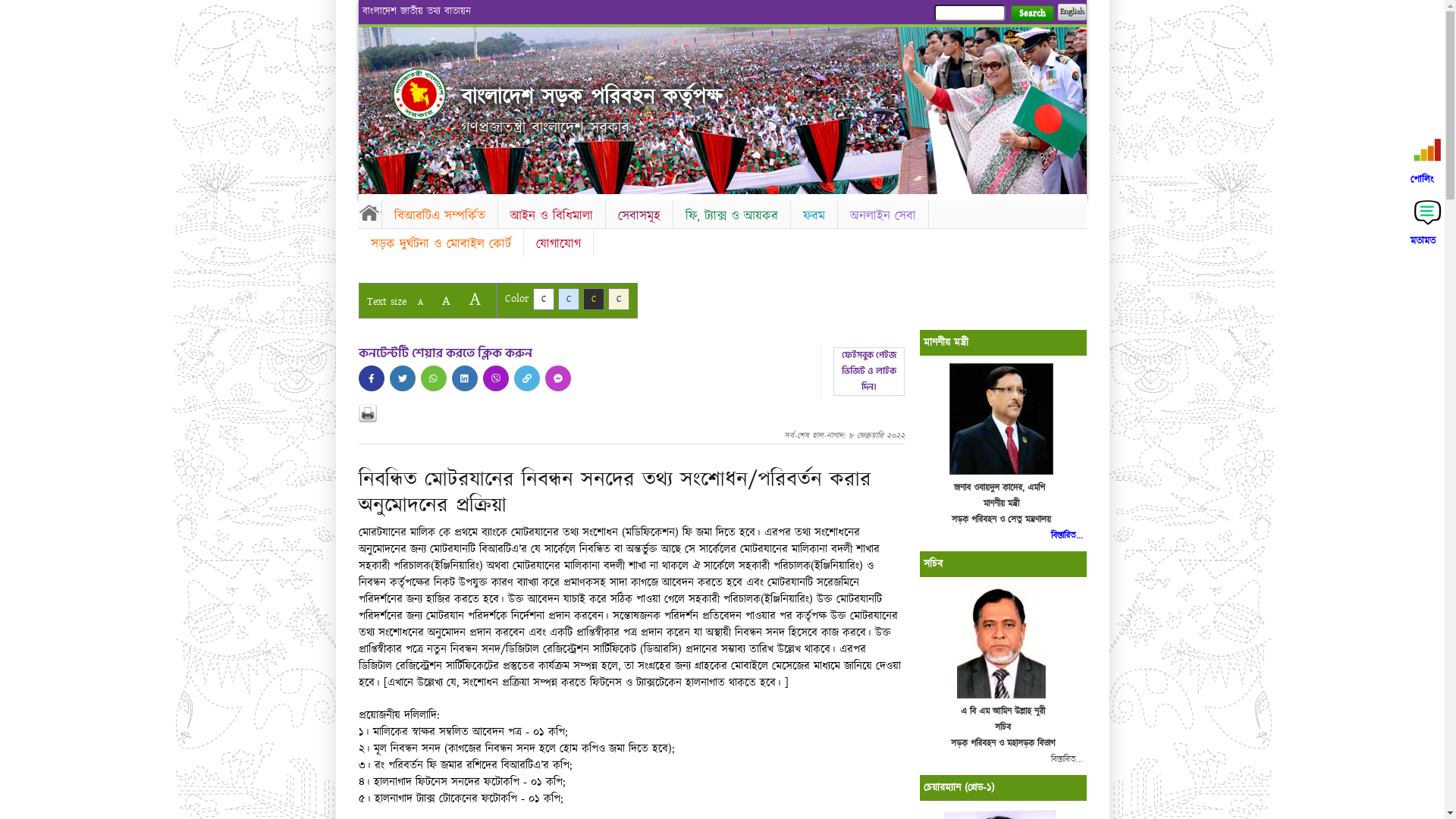 The width and height of the screenshot is (1456, 819). I want to click on 'A', so click(419, 302).